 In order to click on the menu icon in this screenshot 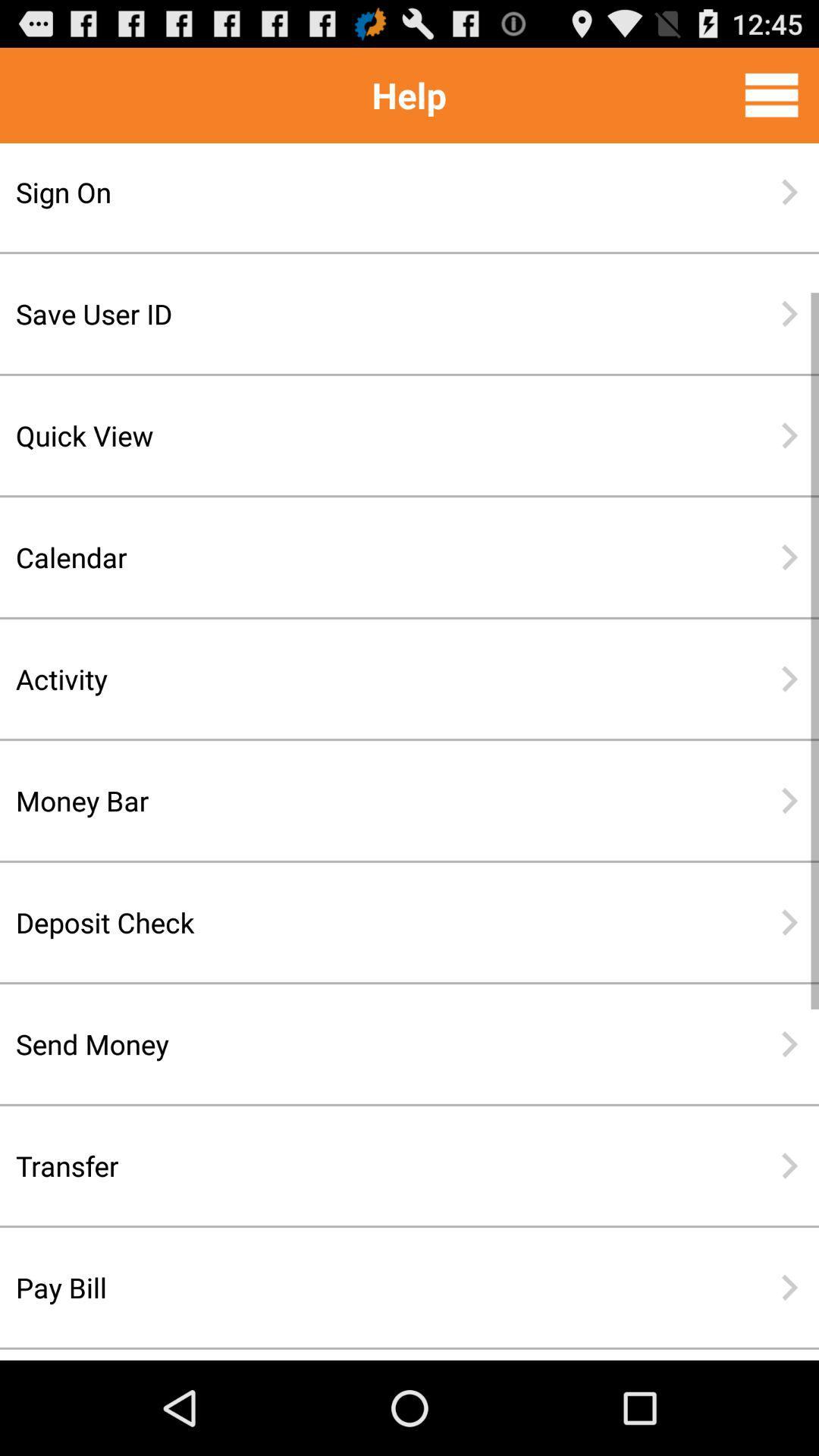, I will do `click(771, 101)`.